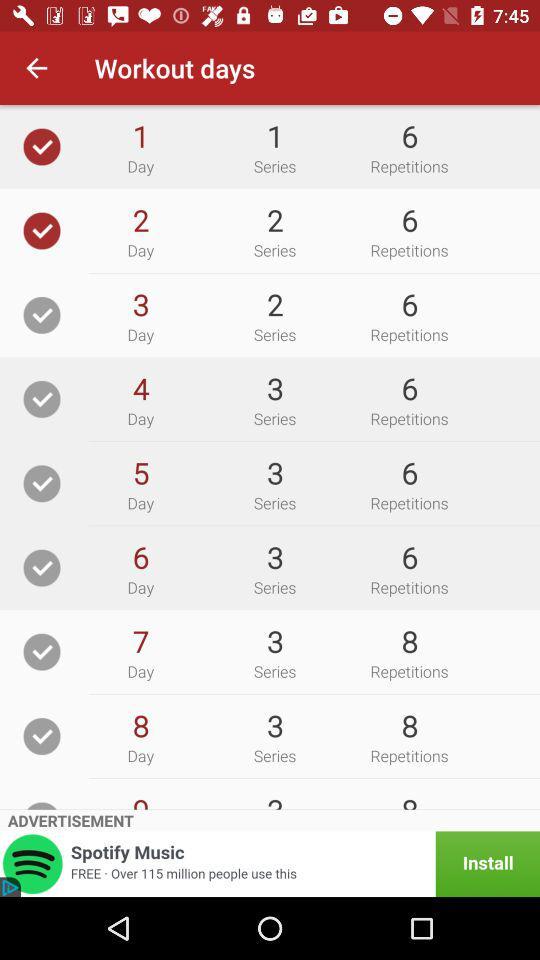 The height and width of the screenshot is (960, 540). What do you see at coordinates (139, 387) in the screenshot?
I see `the 4 item` at bounding box center [139, 387].